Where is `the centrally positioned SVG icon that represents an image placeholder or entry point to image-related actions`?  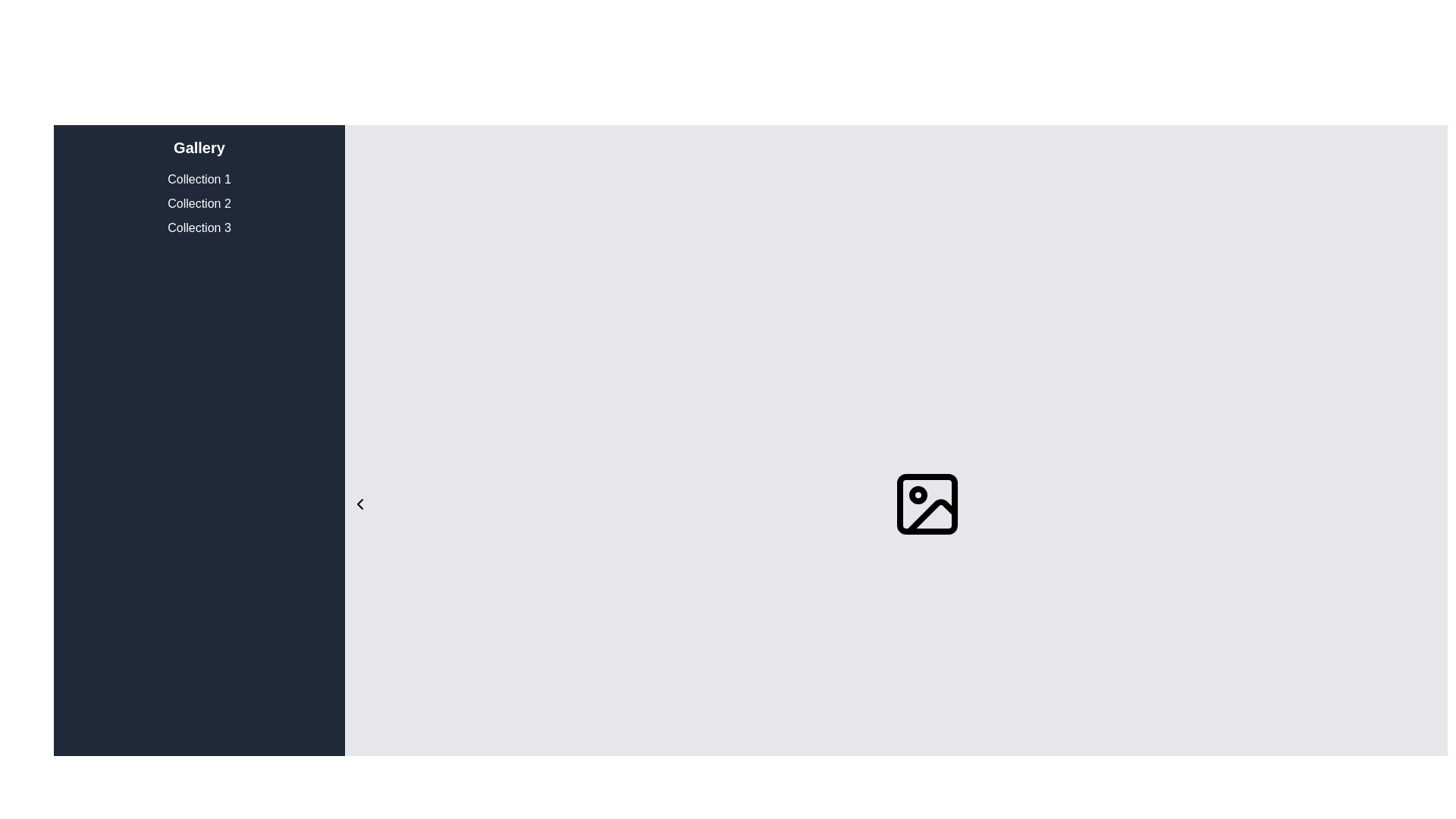
the centrally positioned SVG icon that represents an image placeholder or entry point to image-related actions is located at coordinates (927, 504).